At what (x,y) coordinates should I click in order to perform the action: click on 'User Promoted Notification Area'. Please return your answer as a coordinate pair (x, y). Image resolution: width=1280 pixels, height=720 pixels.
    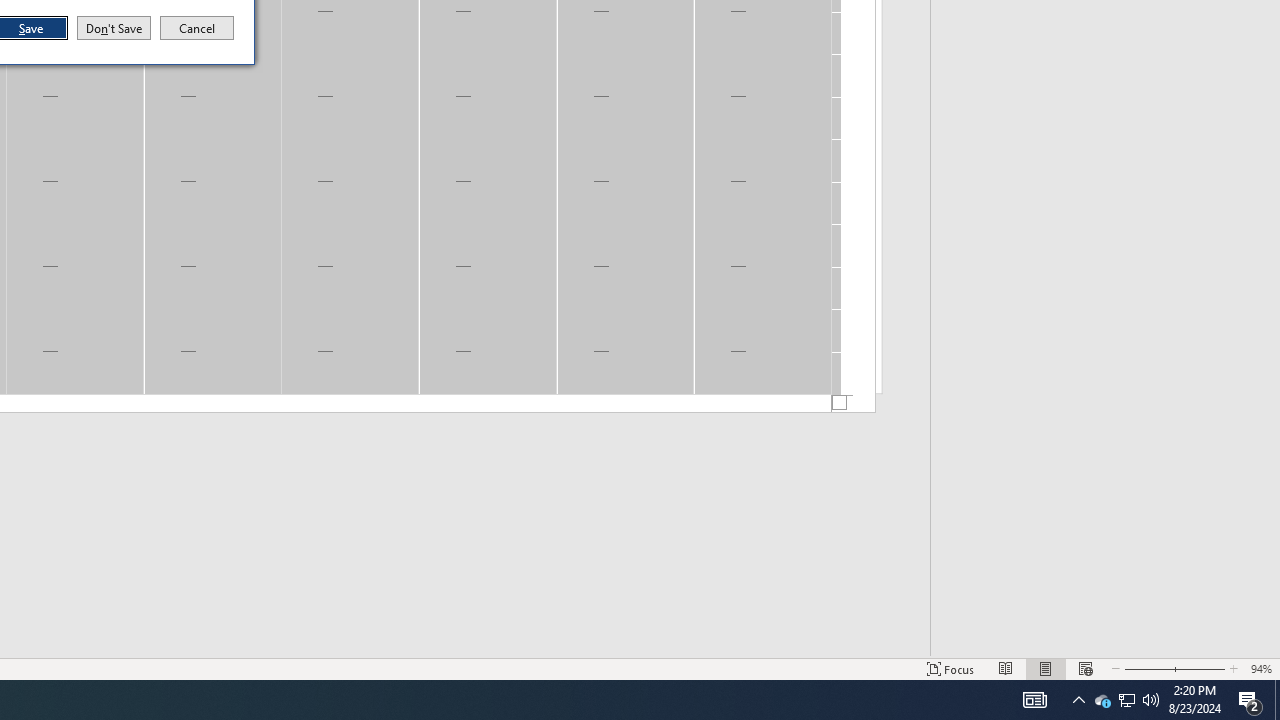
    Looking at the image, I should click on (1101, 698).